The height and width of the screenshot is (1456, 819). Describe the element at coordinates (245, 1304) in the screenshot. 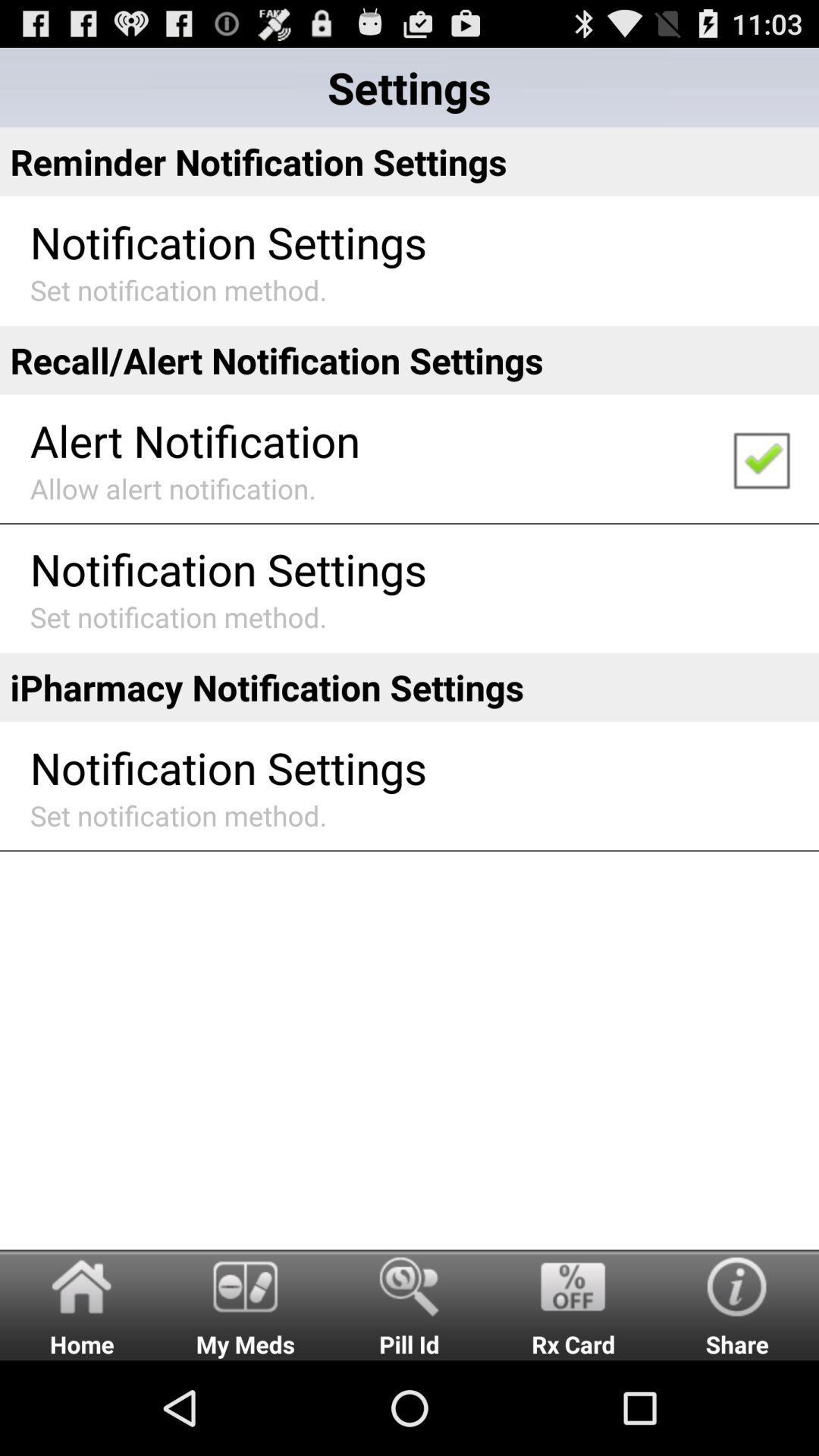

I see `the radio button next to pill id icon` at that location.